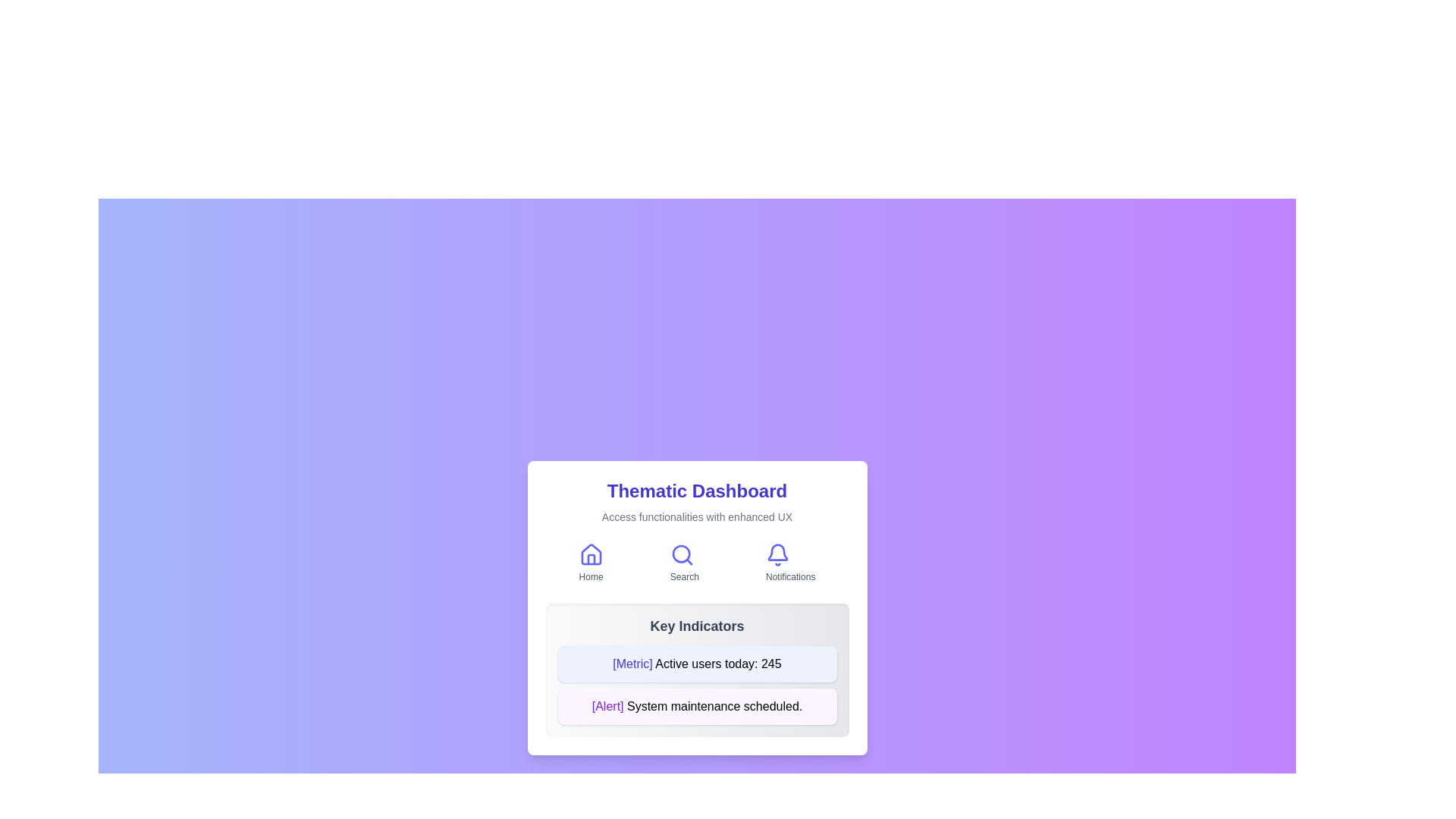  What do you see at coordinates (696, 707) in the screenshot?
I see `the Notification block with a light purple background that contains the text '[Alert] System maintenance scheduled.'` at bounding box center [696, 707].